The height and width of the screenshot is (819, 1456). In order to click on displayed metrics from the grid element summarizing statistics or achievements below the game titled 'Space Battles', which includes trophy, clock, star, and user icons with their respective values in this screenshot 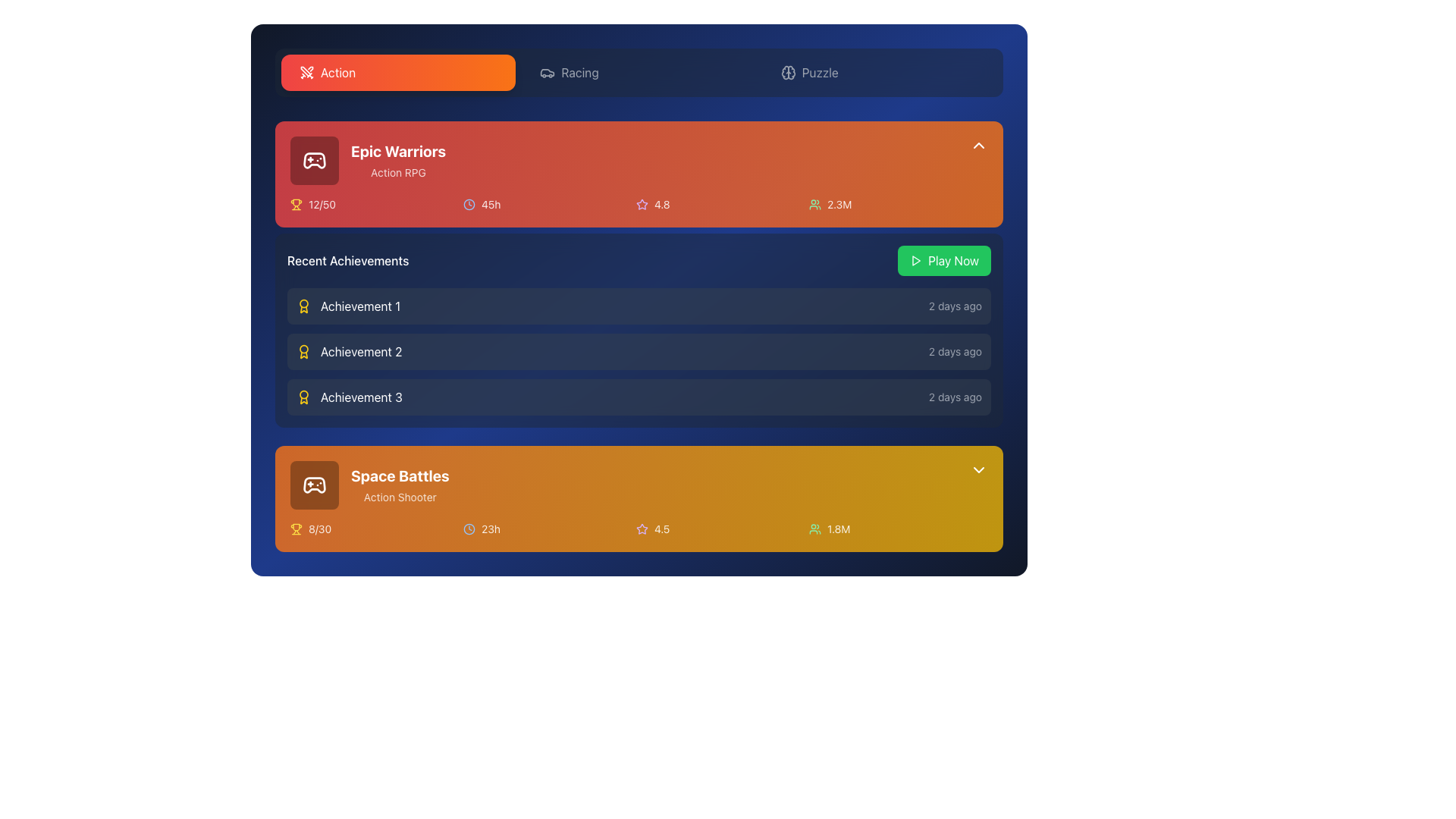, I will do `click(629, 529)`.